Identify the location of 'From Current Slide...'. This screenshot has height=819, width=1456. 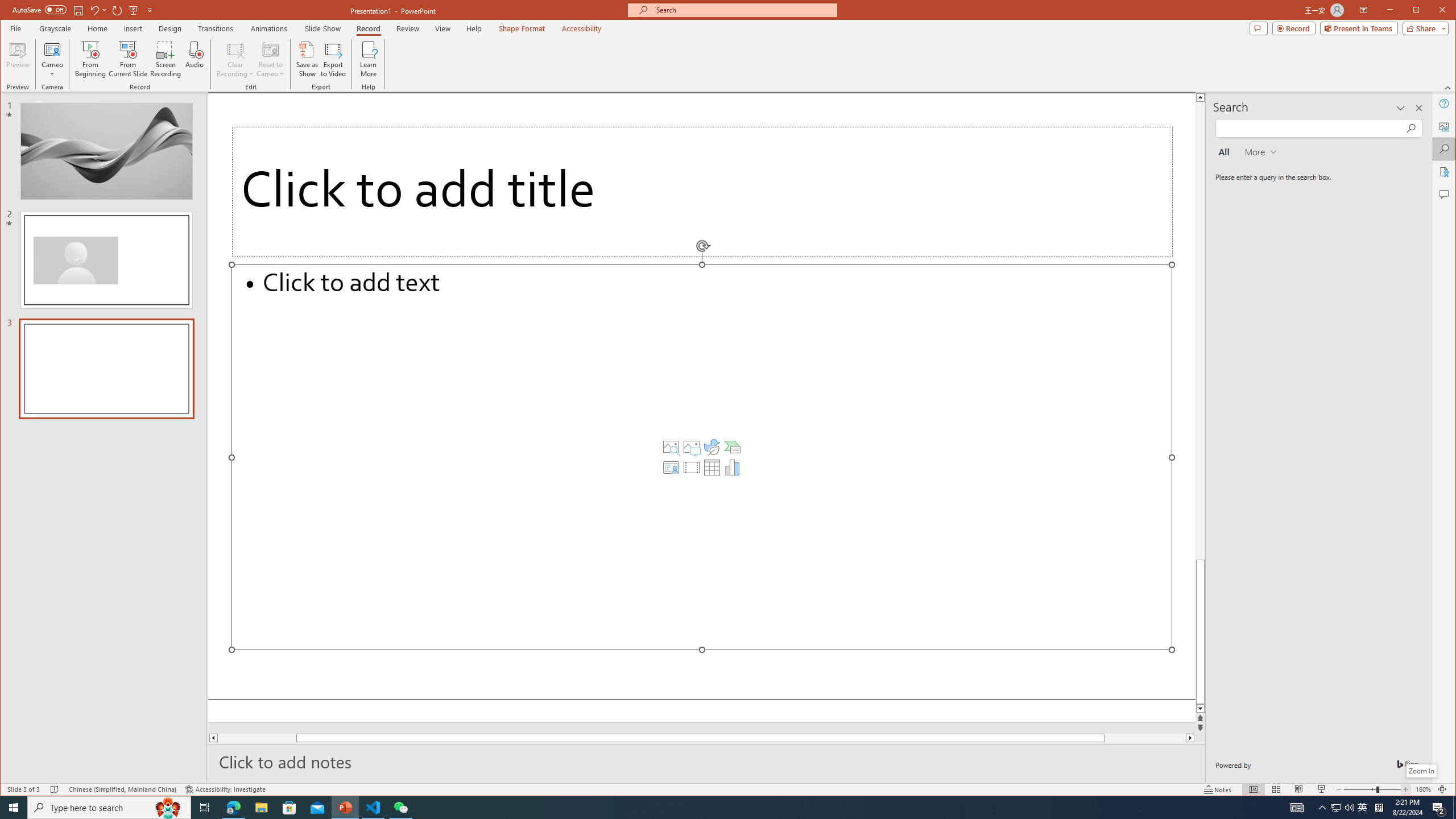
(127, 59).